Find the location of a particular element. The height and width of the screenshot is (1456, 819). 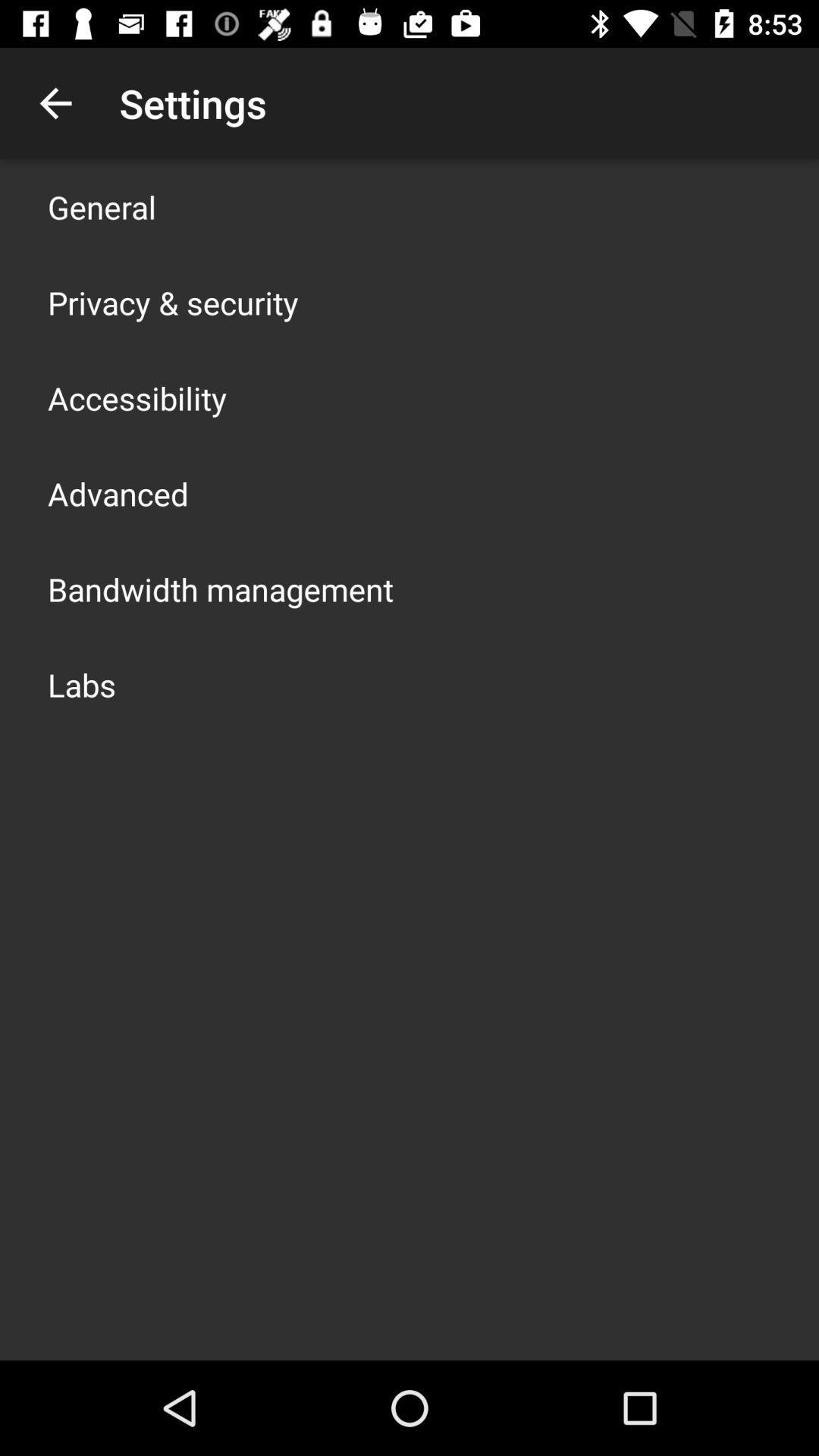

icon next to the settings app is located at coordinates (55, 102).